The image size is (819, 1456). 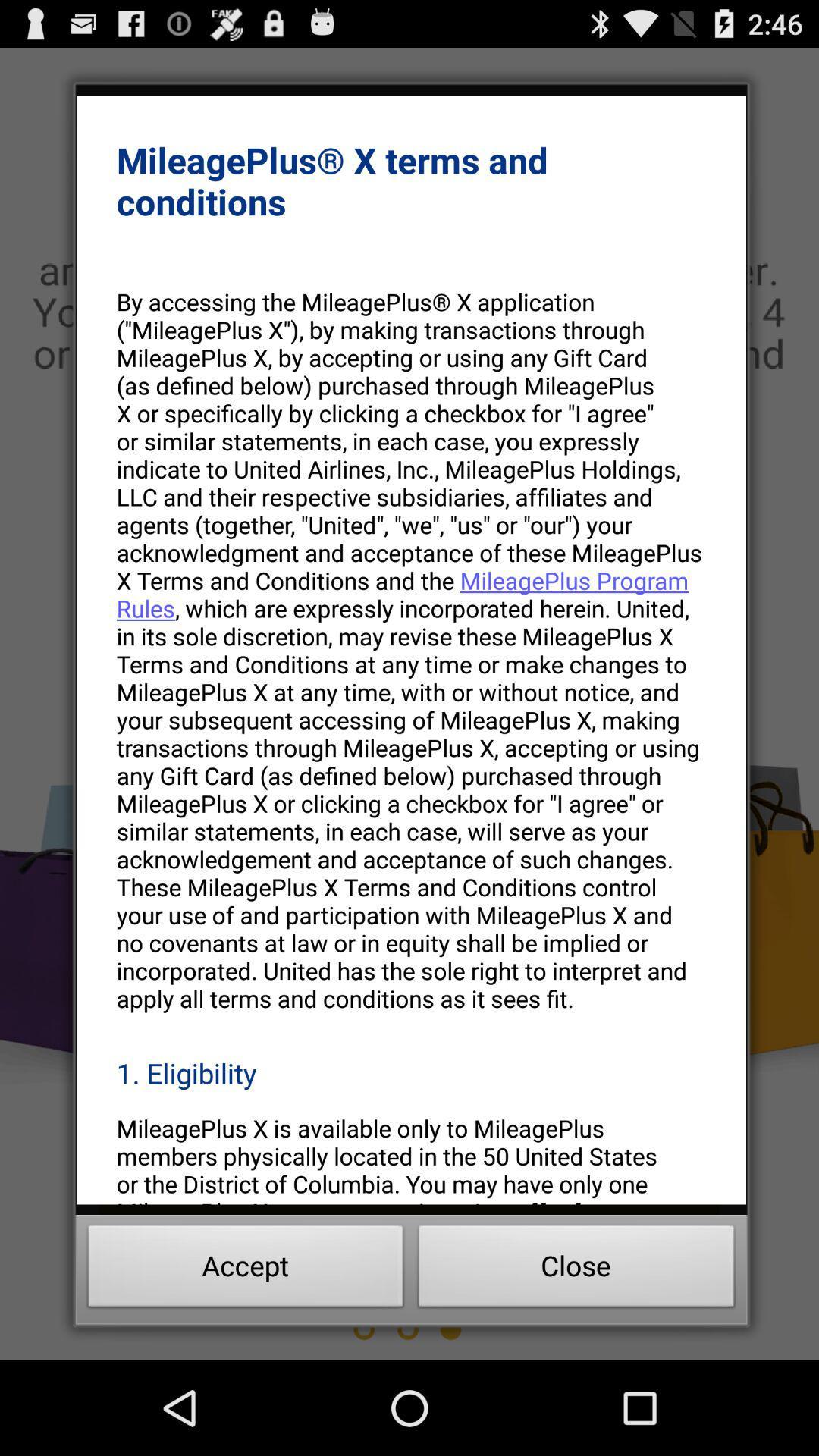 I want to click on the accept icon, so click(x=245, y=1270).